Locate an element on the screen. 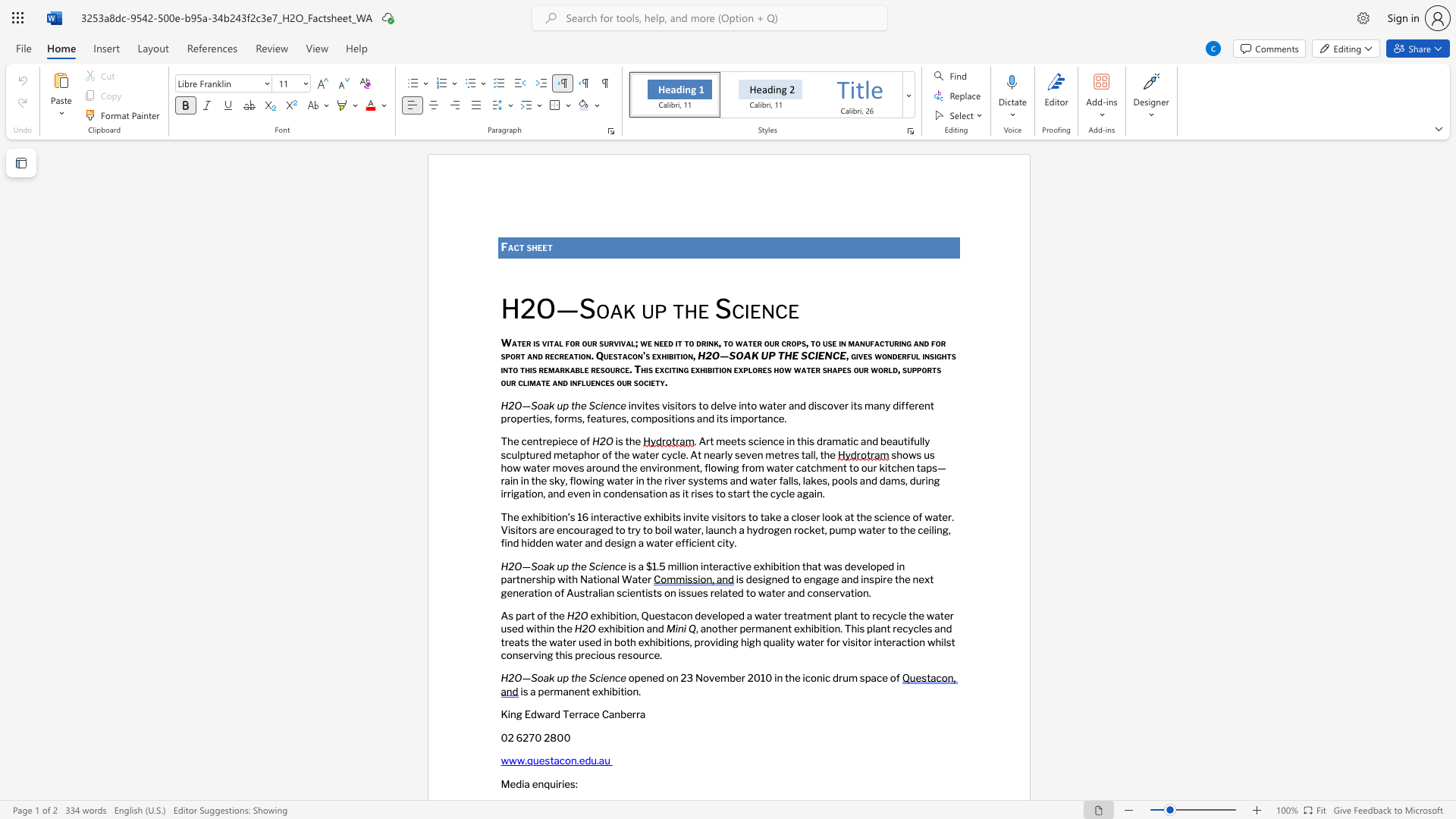 This screenshot has width=1456, height=819. the subset text "imp" within the text "and its importance." is located at coordinates (730, 418).